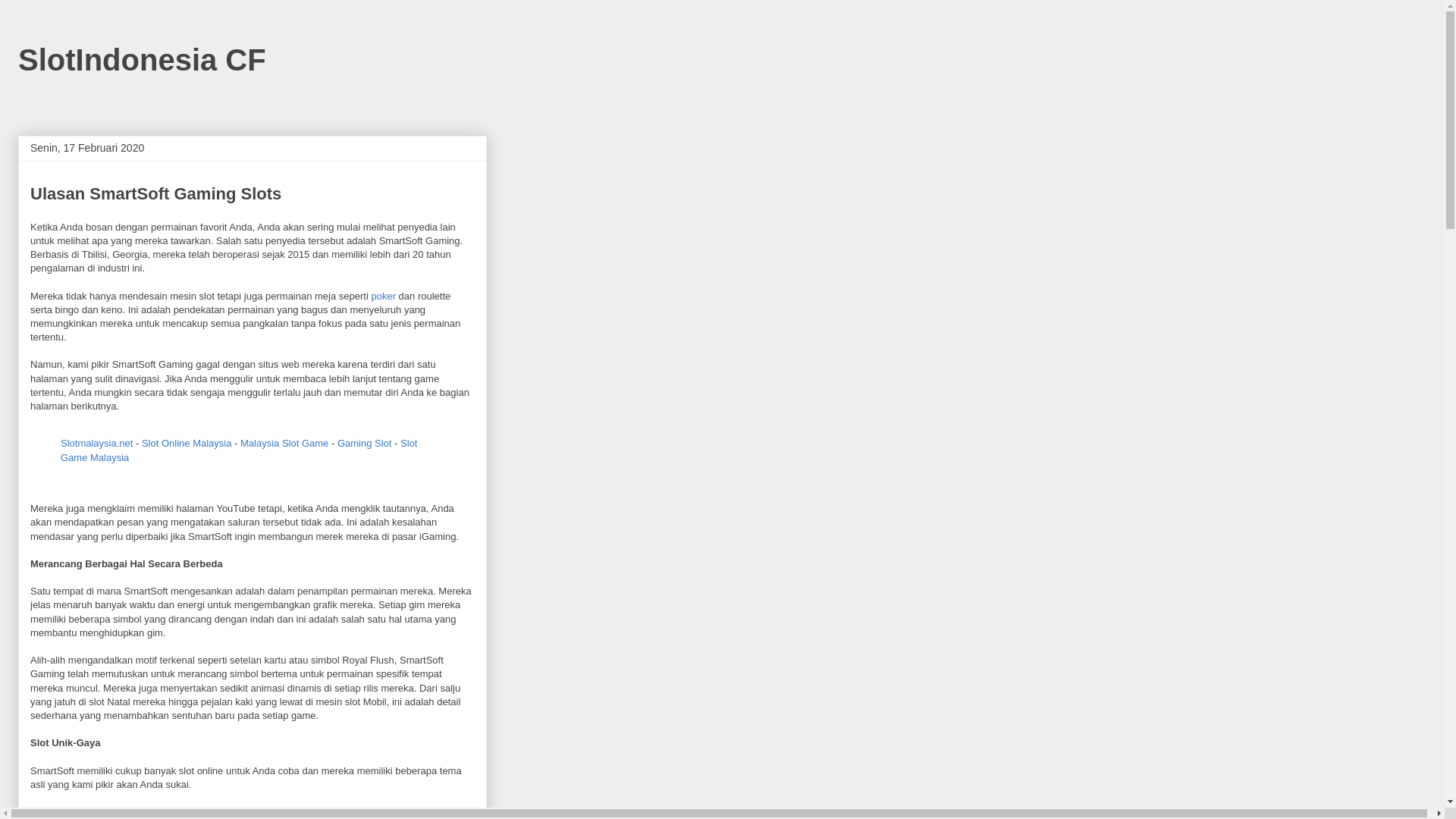 This screenshot has height=819, width=1456. I want to click on 'Gaming Slot', so click(364, 443).